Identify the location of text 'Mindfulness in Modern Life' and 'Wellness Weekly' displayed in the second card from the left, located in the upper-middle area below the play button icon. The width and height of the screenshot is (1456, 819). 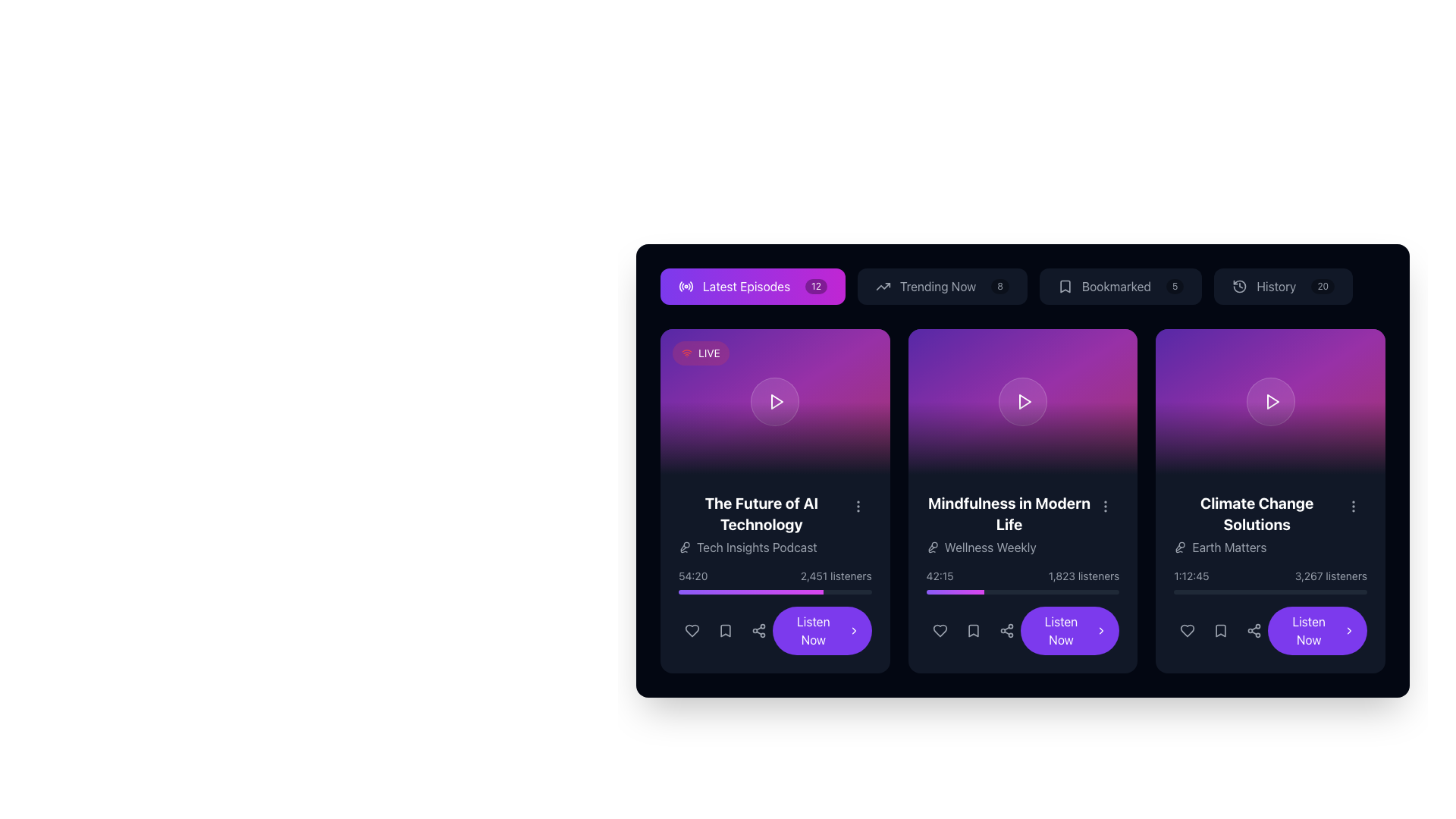
(1009, 523).